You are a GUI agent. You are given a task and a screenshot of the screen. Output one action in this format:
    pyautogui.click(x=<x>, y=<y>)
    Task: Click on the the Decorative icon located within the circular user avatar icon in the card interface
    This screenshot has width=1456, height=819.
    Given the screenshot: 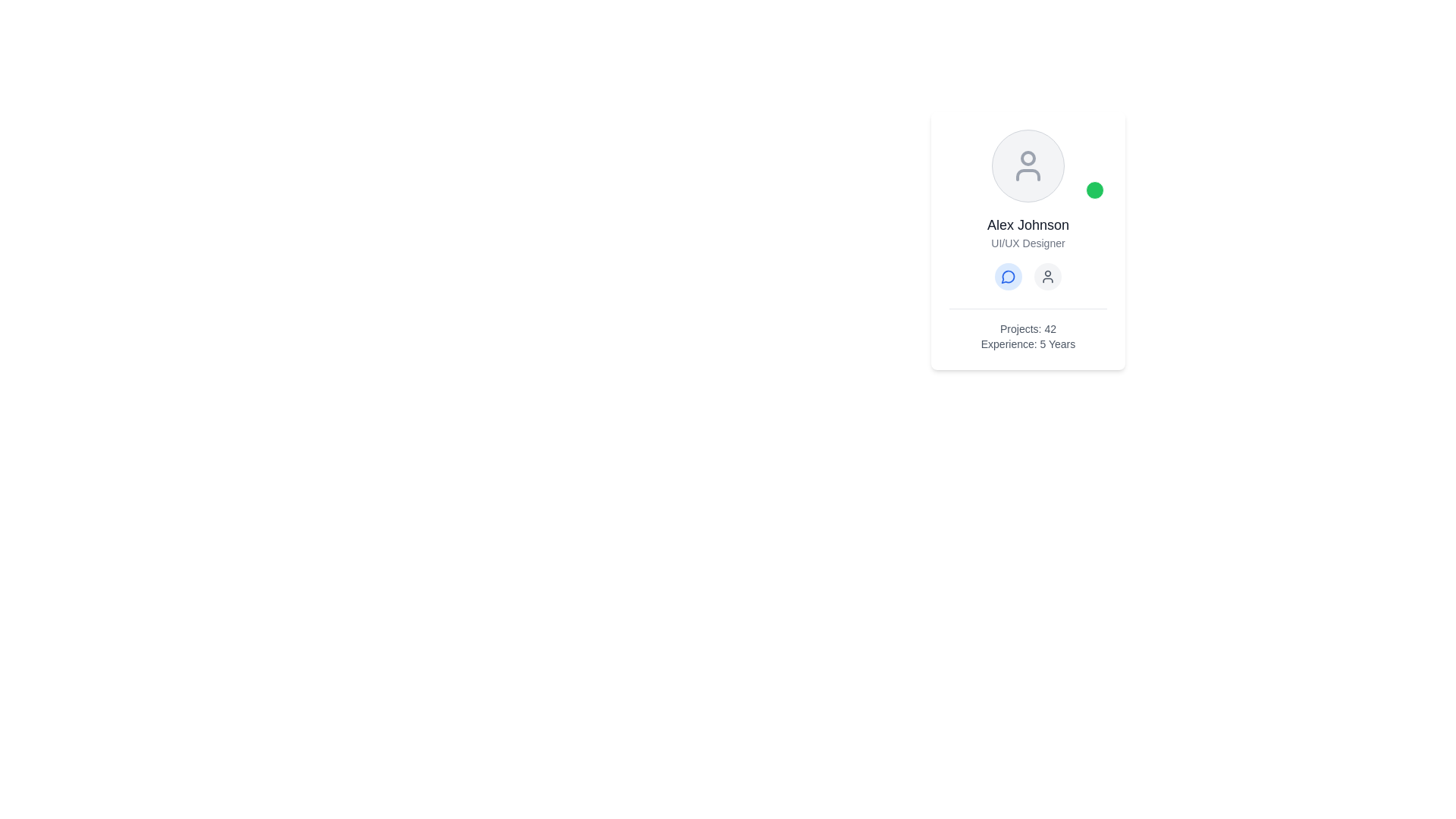 What is the action you would take?
    pyautogui.click(x=1028, y=174)
    